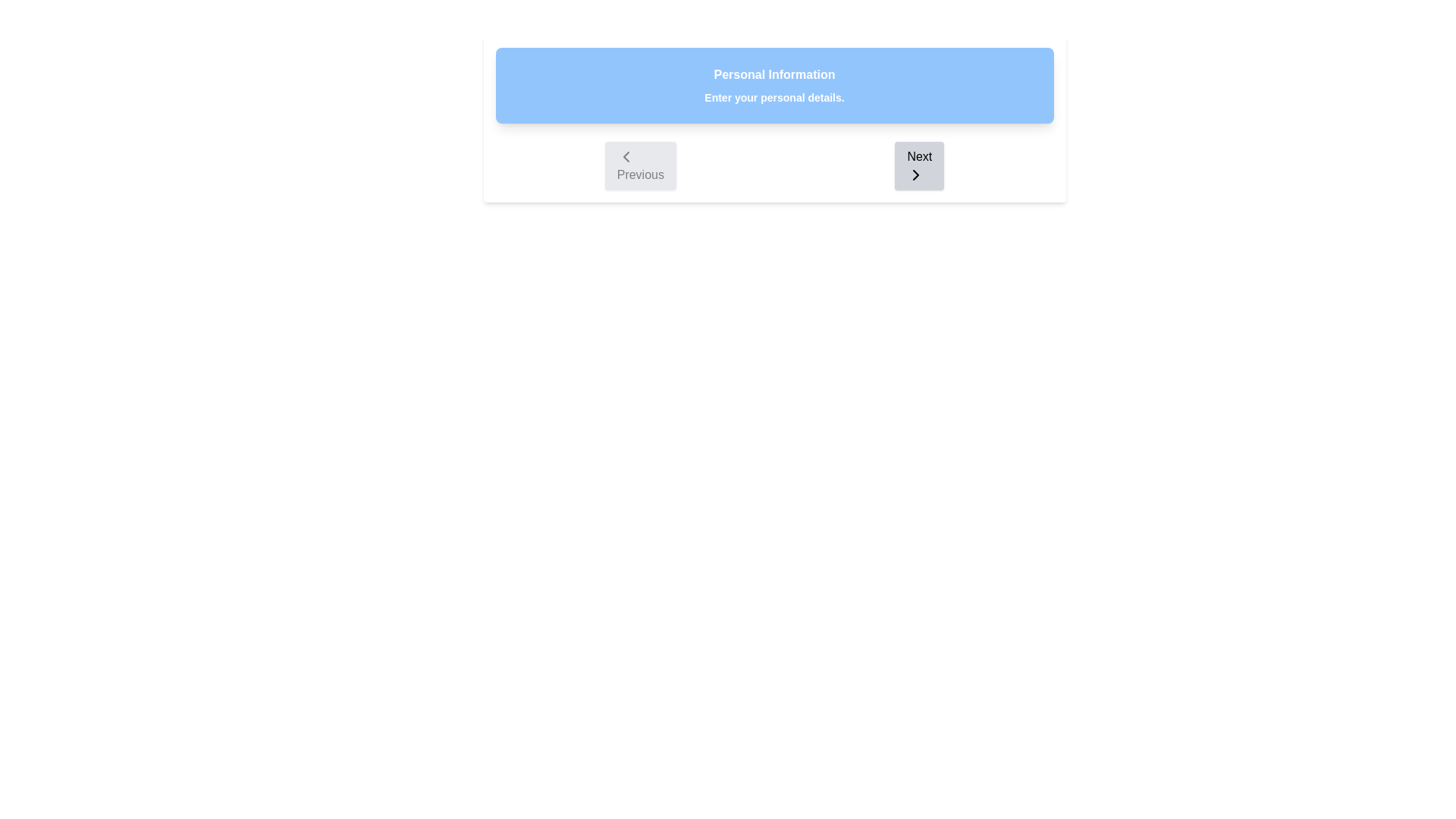 This screenshot has width=1456, height=819. What do you see at coordinates (626, 157) in the screenshot?
I see `the navigation icon within the 'Previous' button located in the lower left part of the navigation panel` at bounding box center [626, 157].